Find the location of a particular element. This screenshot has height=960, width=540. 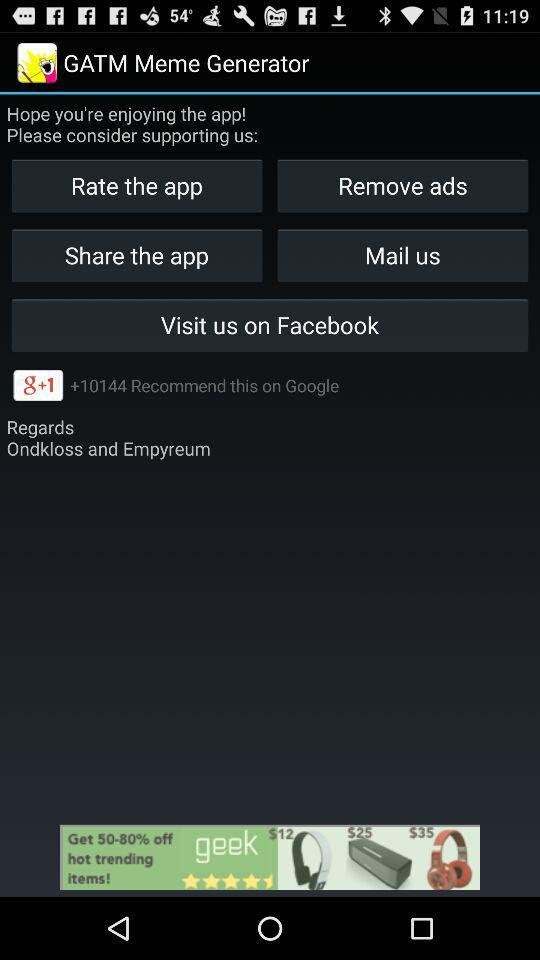

the item above the share the app icon is located at coordinates (402, 185).